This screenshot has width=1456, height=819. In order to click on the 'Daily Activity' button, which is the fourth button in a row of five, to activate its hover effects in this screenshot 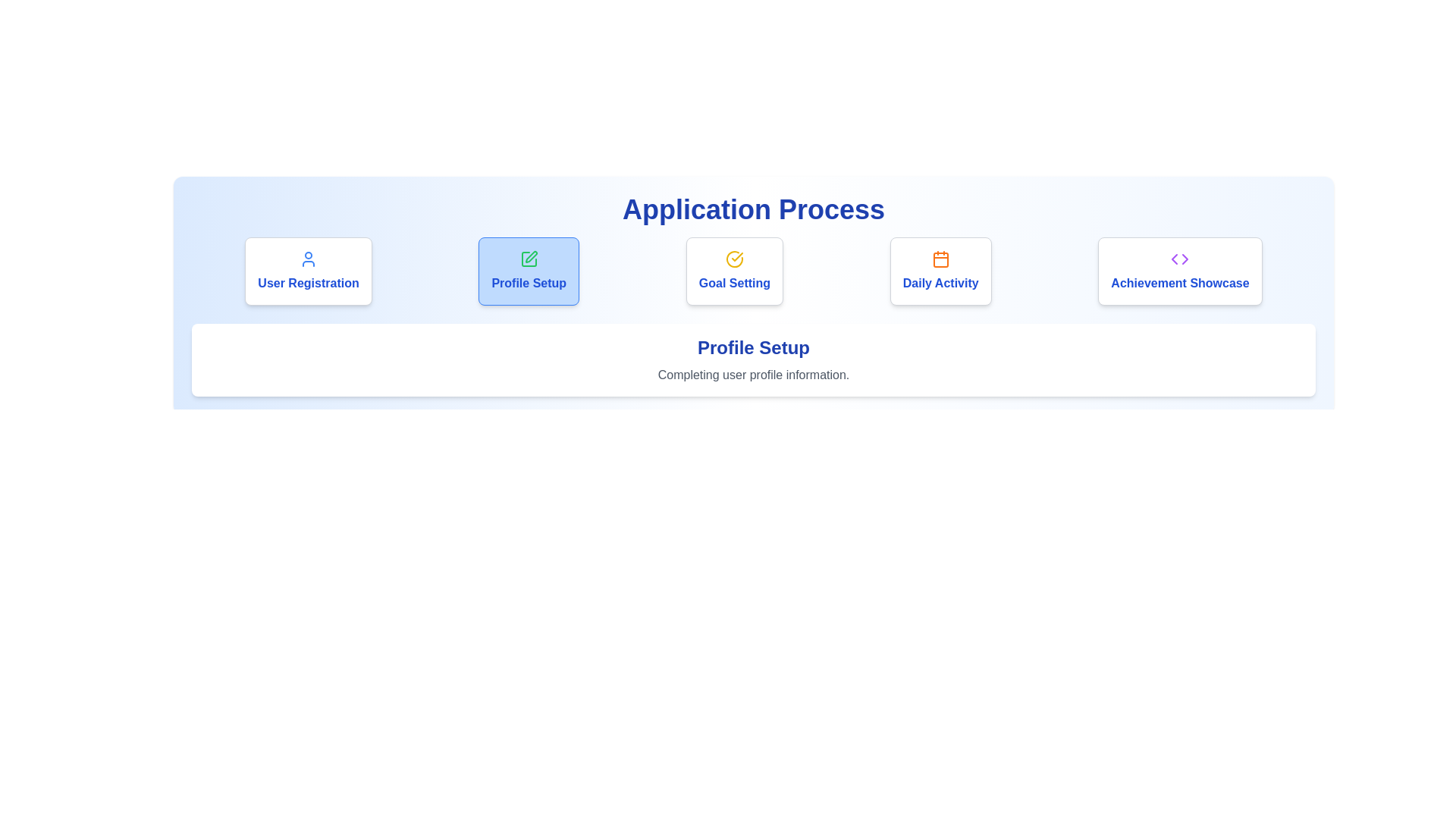, I will do `click(940, 271)`.